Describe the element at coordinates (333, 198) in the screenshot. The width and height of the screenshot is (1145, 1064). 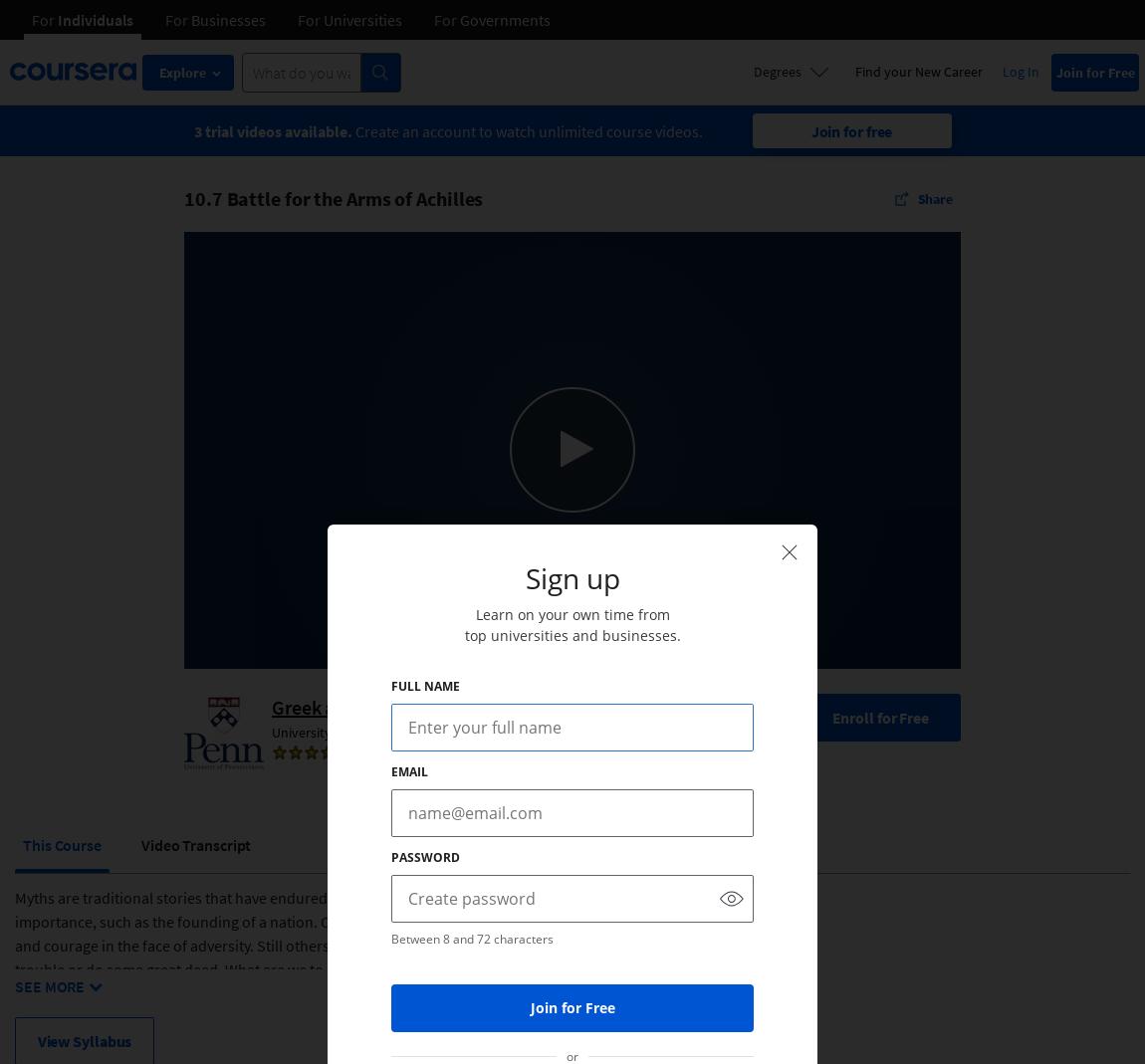
I see `'10.7 Battle for the Arms of Achilles'` at that location.